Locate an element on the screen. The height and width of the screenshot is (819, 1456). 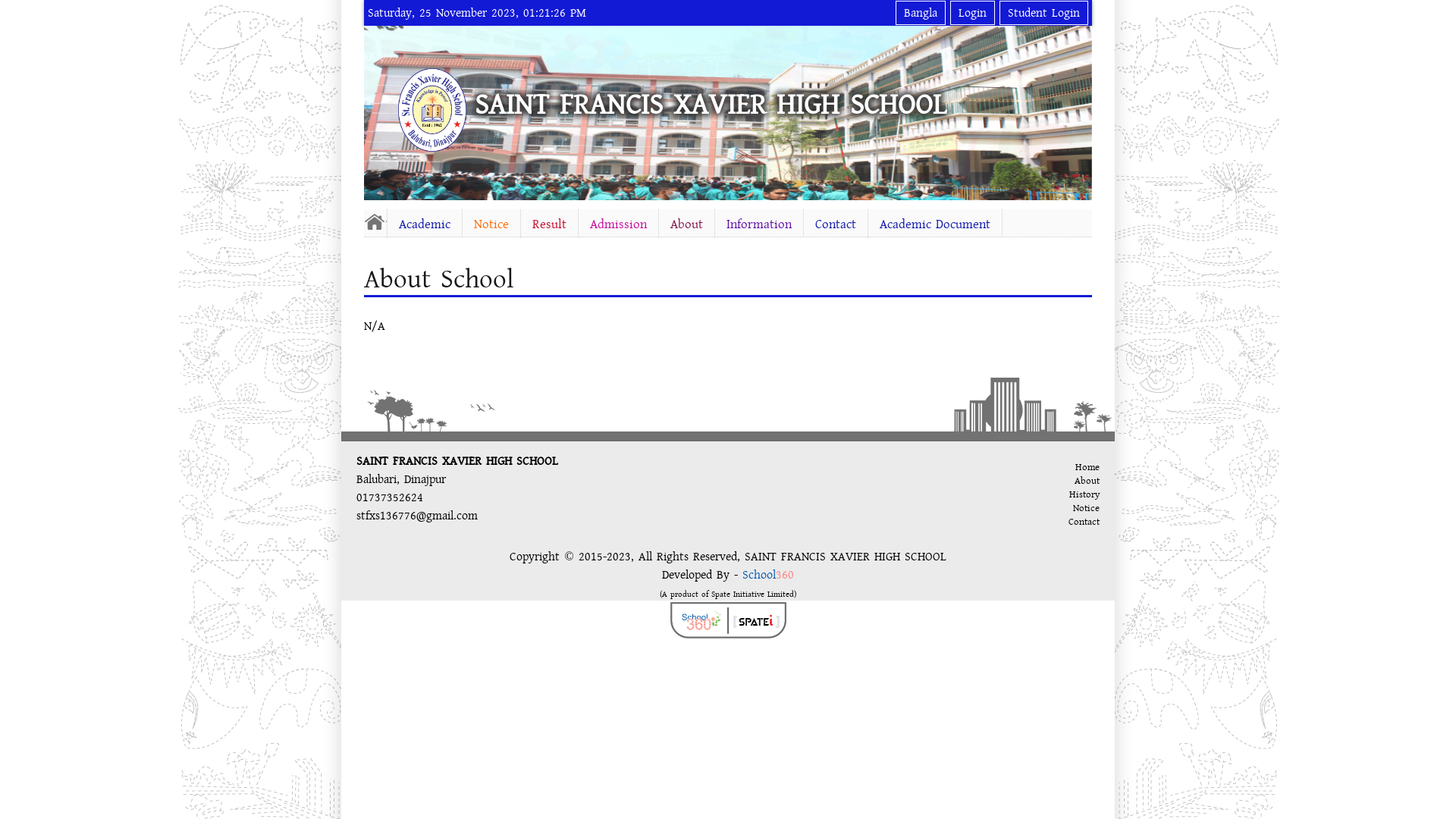
'Login' is located at coordinates (972, 12).